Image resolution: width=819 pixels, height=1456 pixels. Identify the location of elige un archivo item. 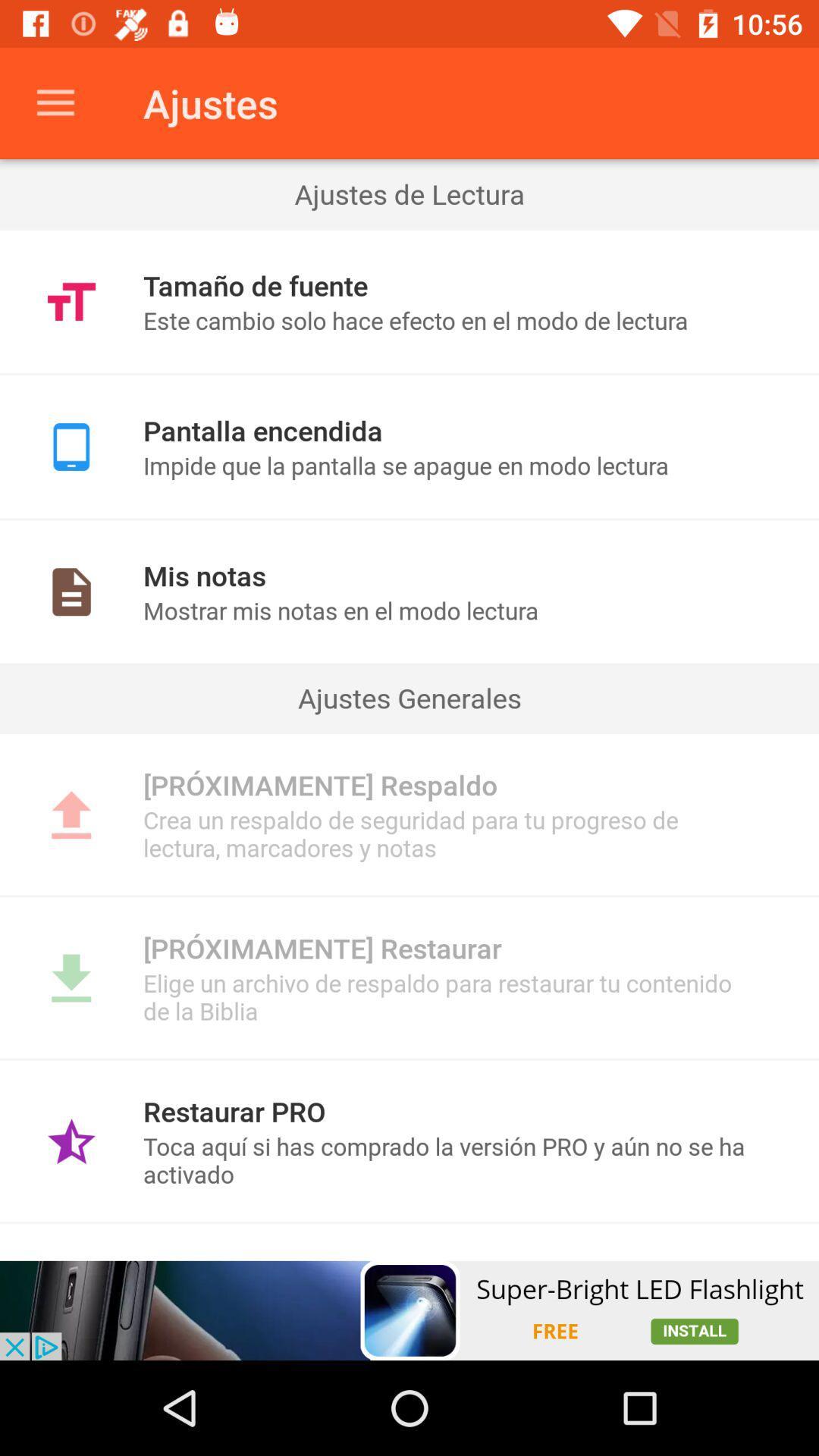
(448, 996).